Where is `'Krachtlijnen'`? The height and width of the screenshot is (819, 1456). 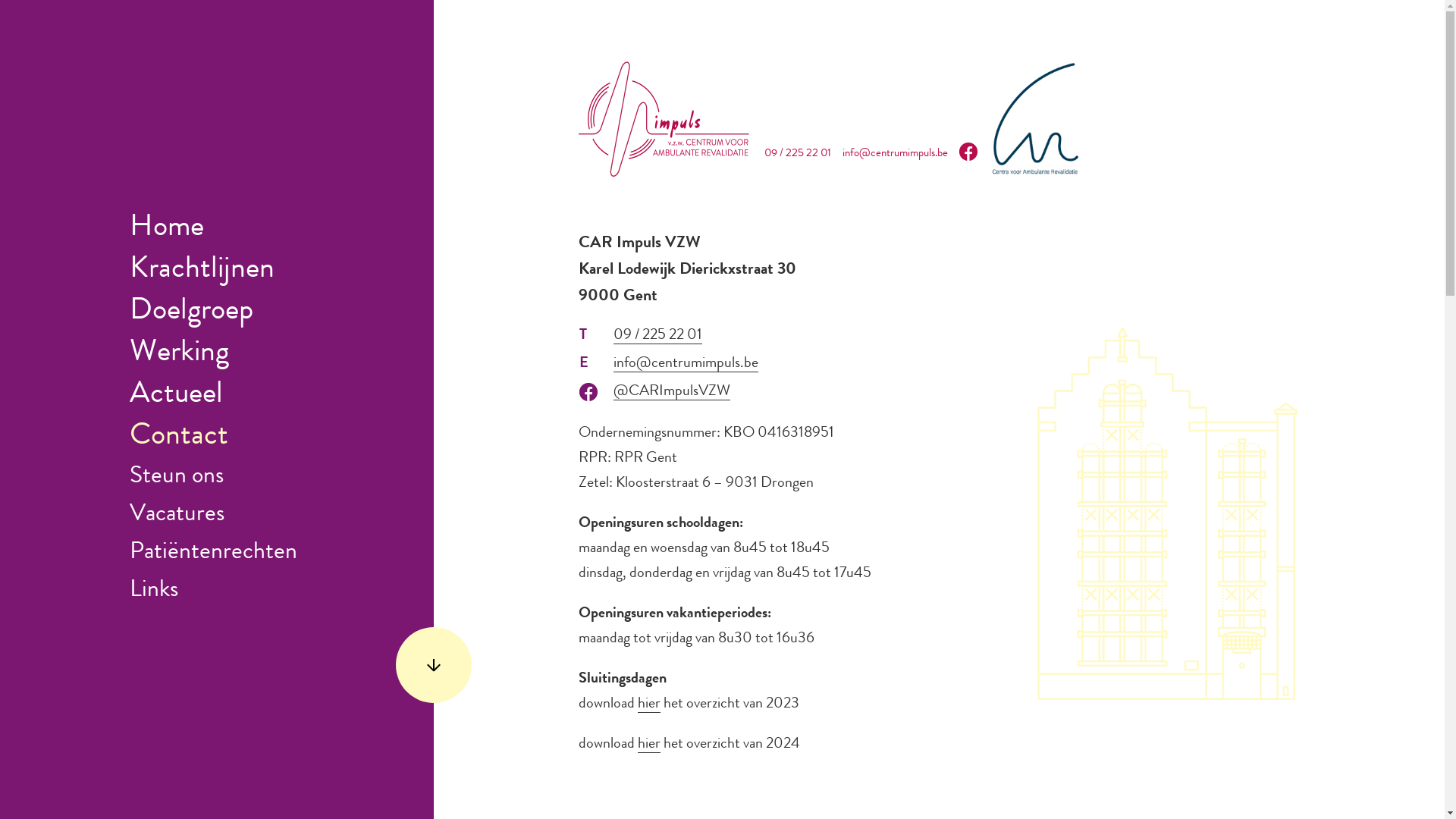
'Krachtlijnen' is located at coordinates (201, 270).